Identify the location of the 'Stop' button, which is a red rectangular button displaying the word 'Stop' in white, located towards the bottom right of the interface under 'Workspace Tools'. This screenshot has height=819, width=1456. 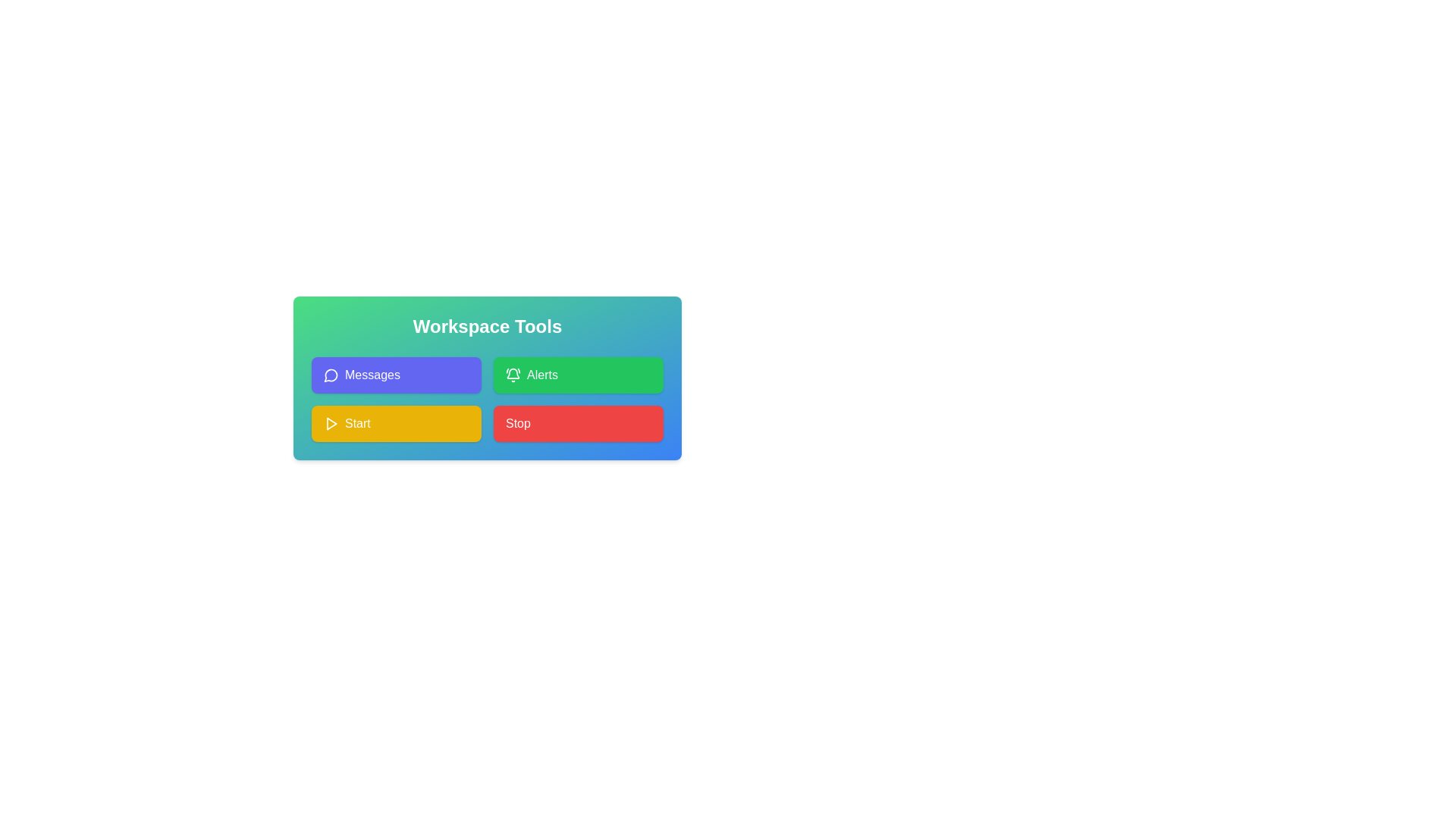
(518, 424).